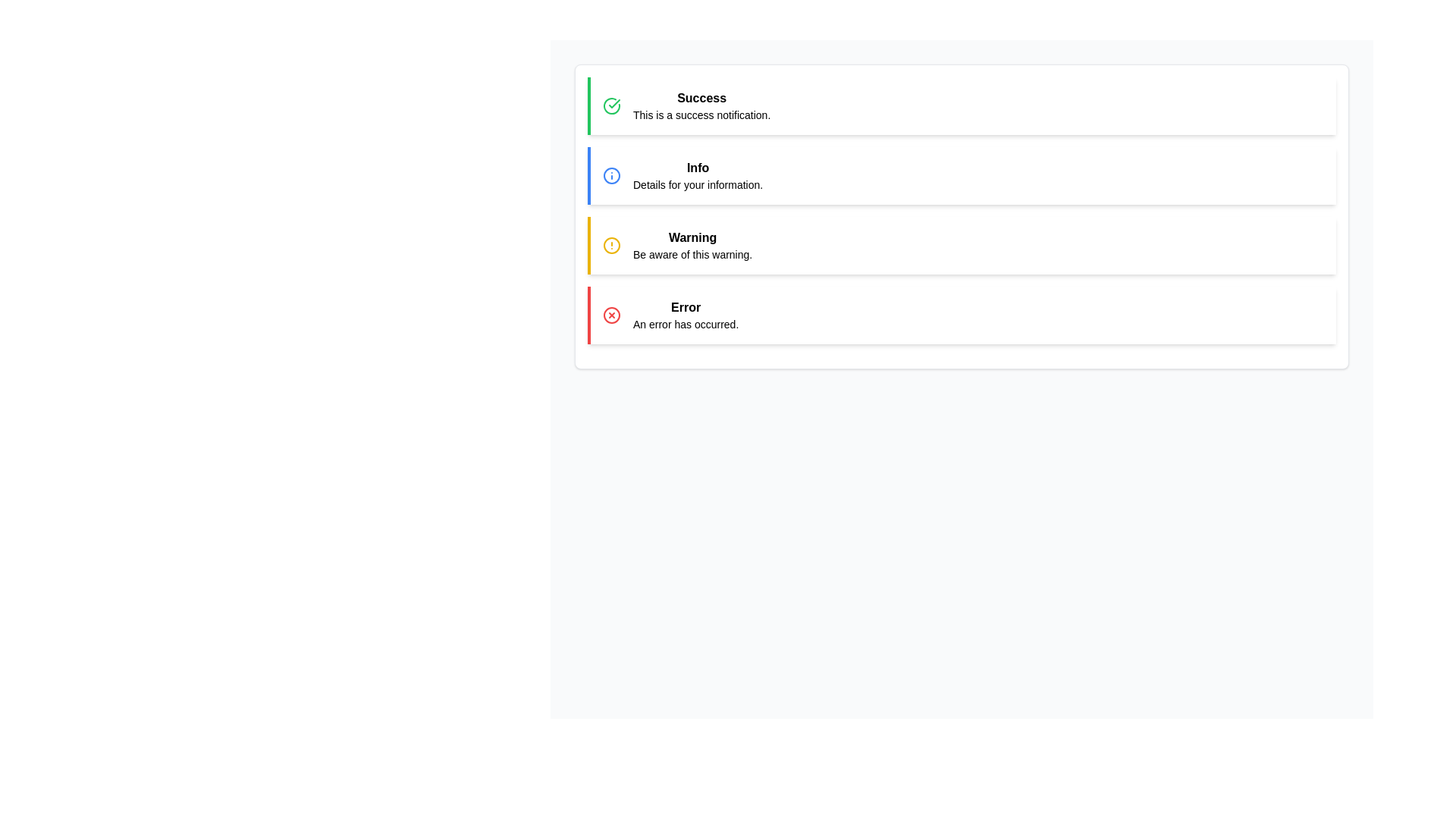  I want to click on the Circle element in the SVG graphic that contributes to the 'Info' notification icon, located next to the 'Info' message, so click(611, 174).